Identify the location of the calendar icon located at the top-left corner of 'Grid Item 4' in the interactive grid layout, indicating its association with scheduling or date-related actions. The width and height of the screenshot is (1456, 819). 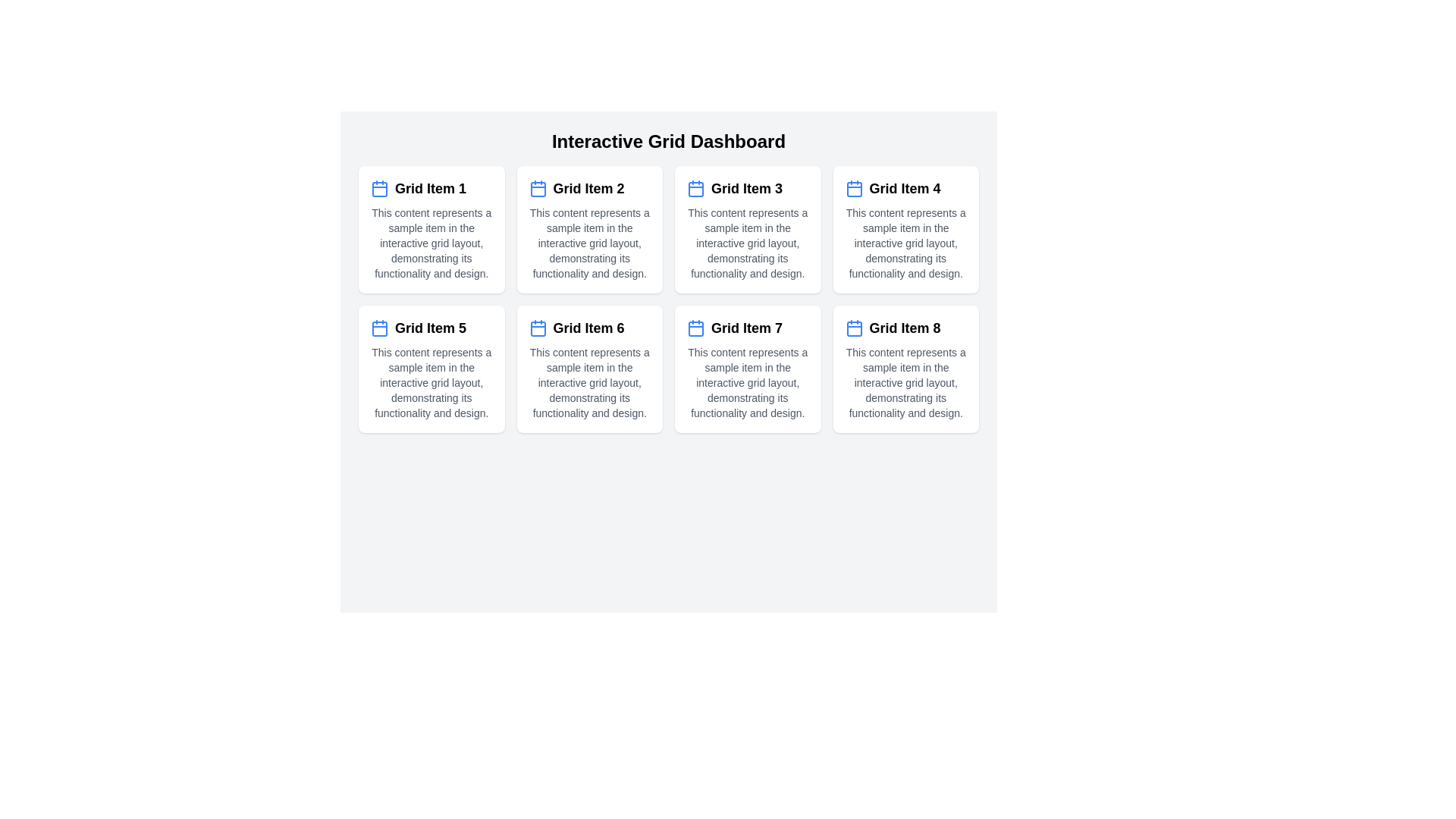
(854, 188).